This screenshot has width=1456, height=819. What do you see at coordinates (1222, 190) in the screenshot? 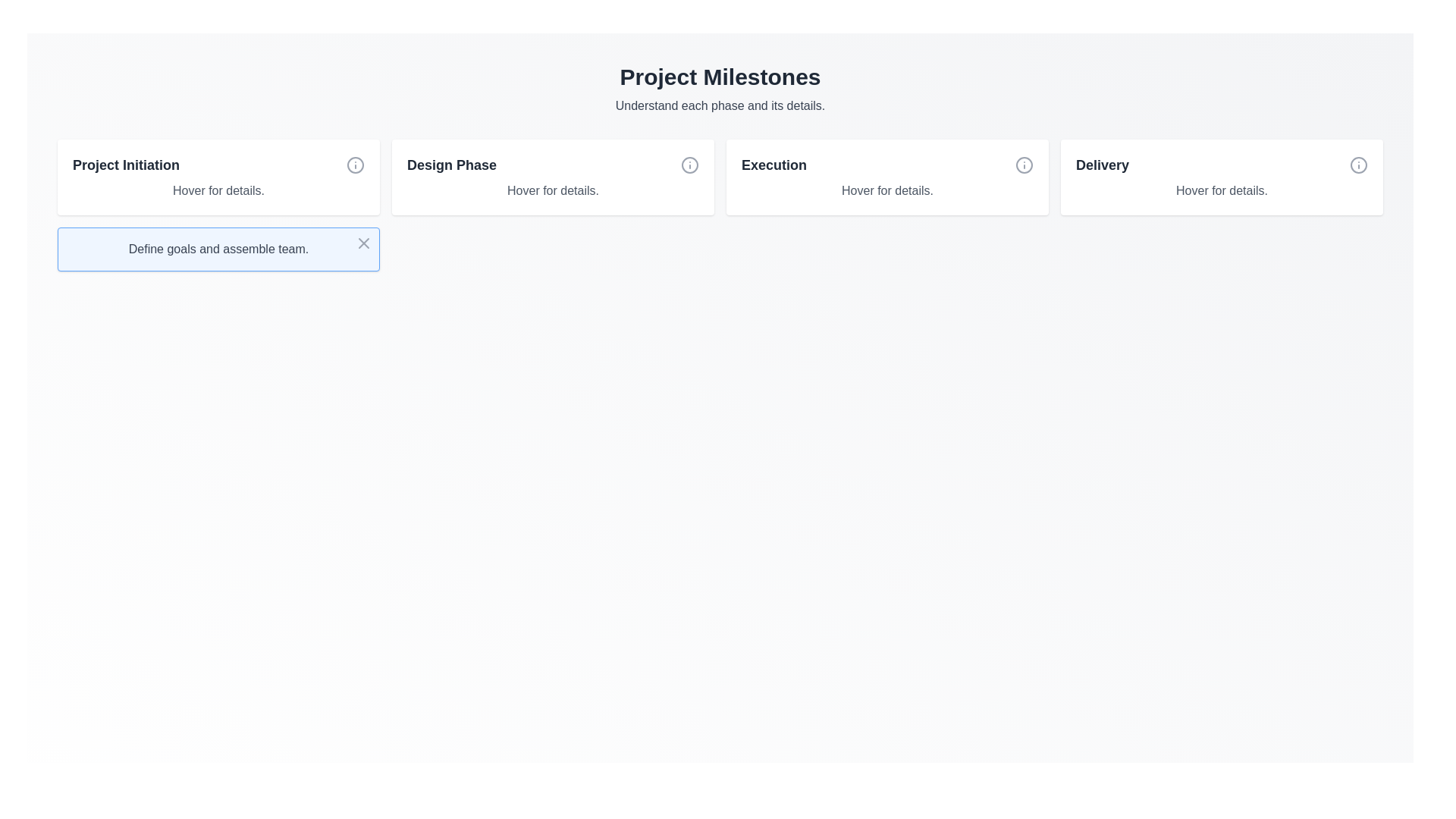
I see `text content of the gray text label reading 'Hover for details.' located below the title 'Delivery' in the Delivery card section` at bounding box center [1222, 190].